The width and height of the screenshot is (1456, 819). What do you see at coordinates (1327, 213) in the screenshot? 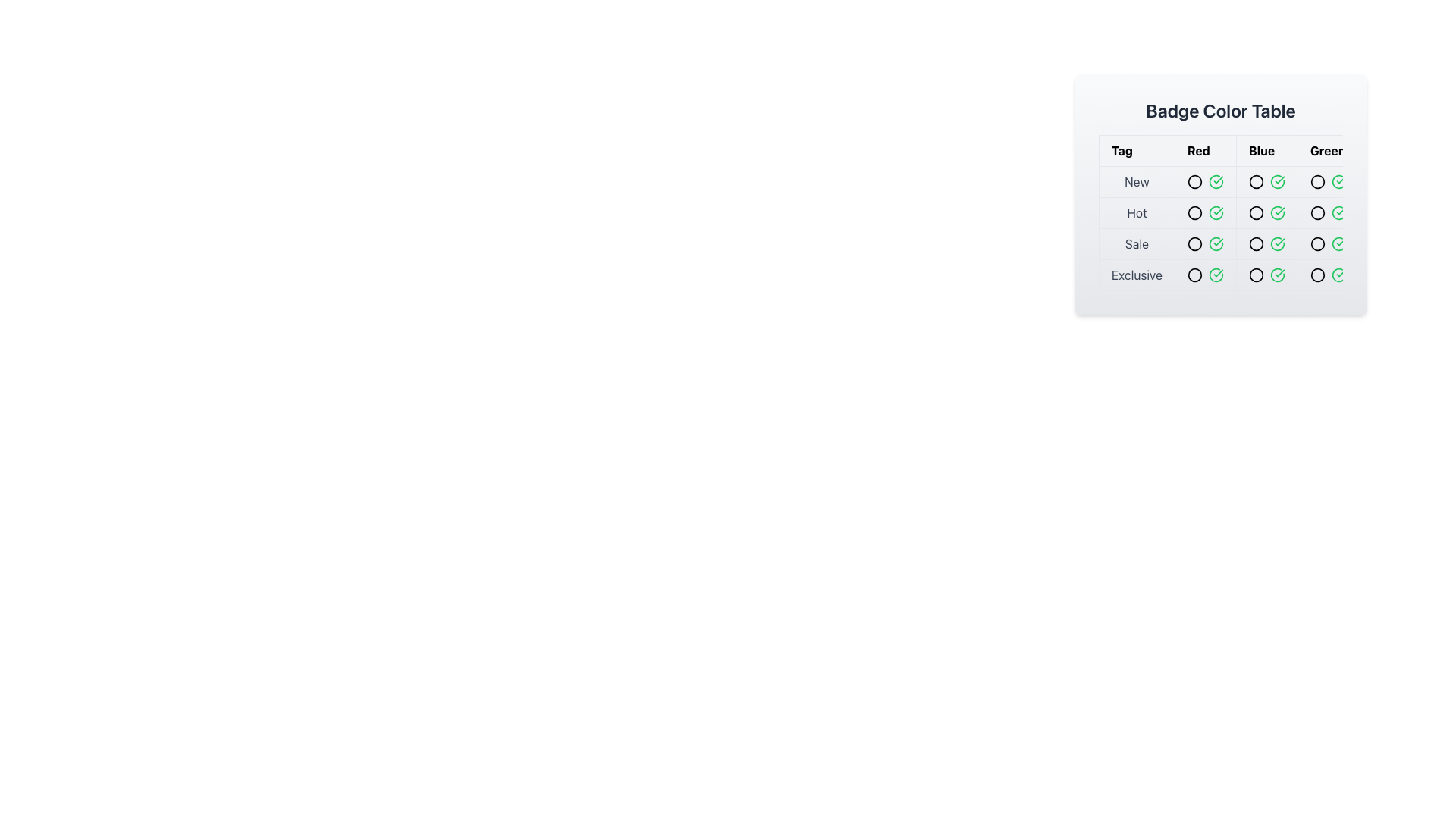
I see `the visual indicator in the 'Green' column of the 'Hot' row within the table` at bounding box center [1327, 213].